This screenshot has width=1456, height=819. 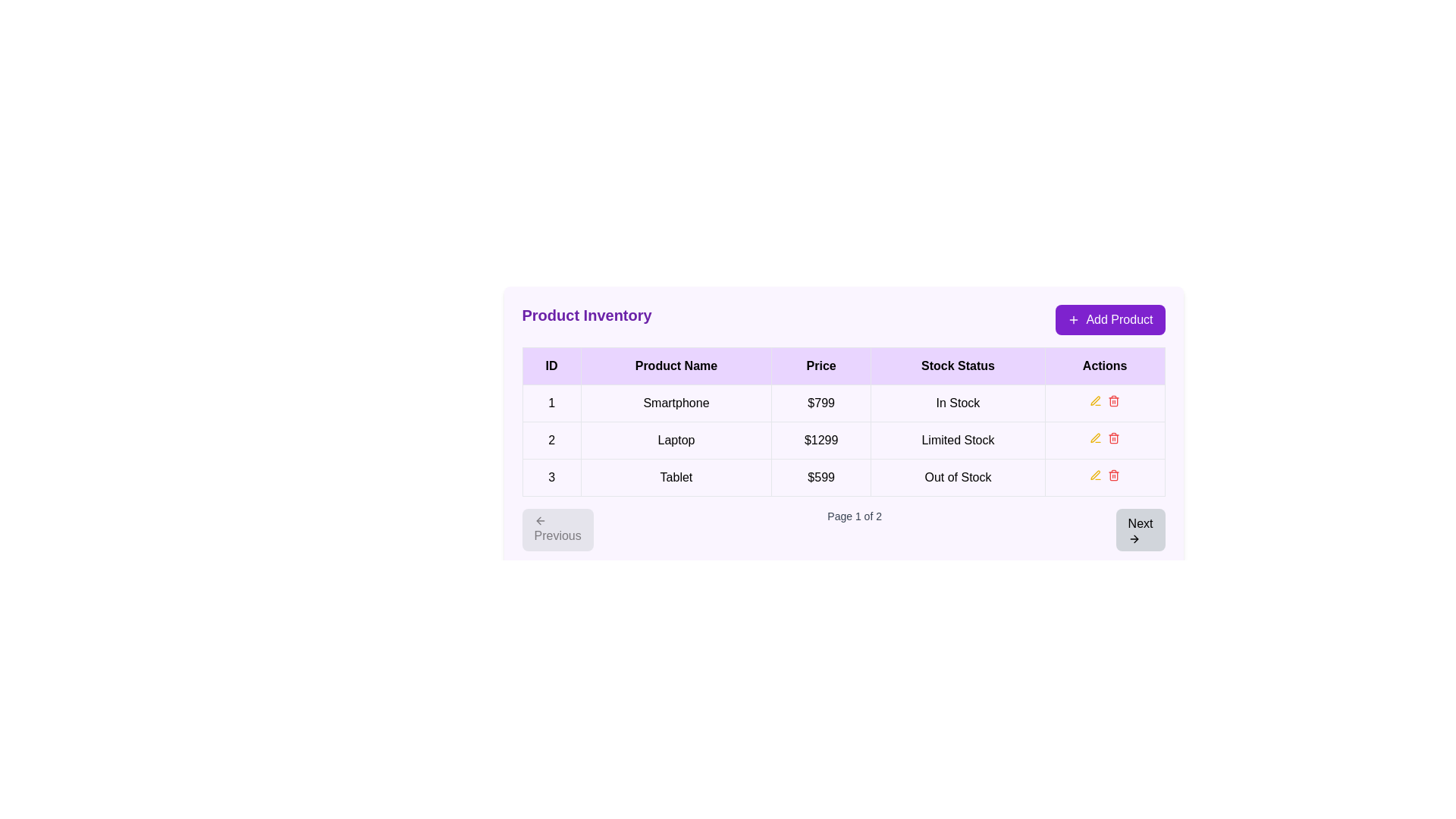 What do you see at coordinates (843, 476) in the screenshot?
I see `the third row in the product inventory table, which provides details about the 'Tablet' product including its ID, price, and stock status` at bounding box center [843, 476].